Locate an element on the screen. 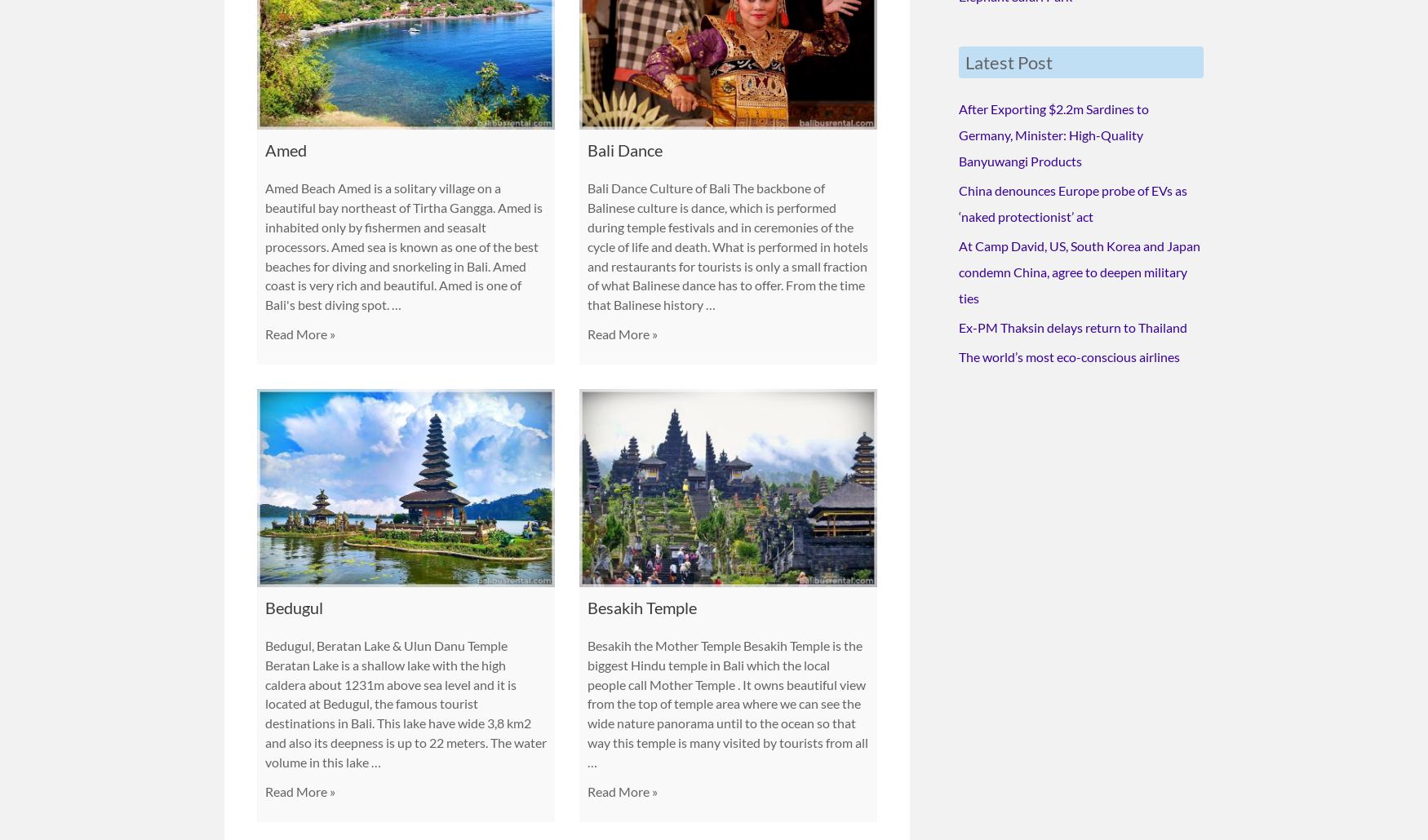  'Latest Post' is located at coordinates (1009, 58).